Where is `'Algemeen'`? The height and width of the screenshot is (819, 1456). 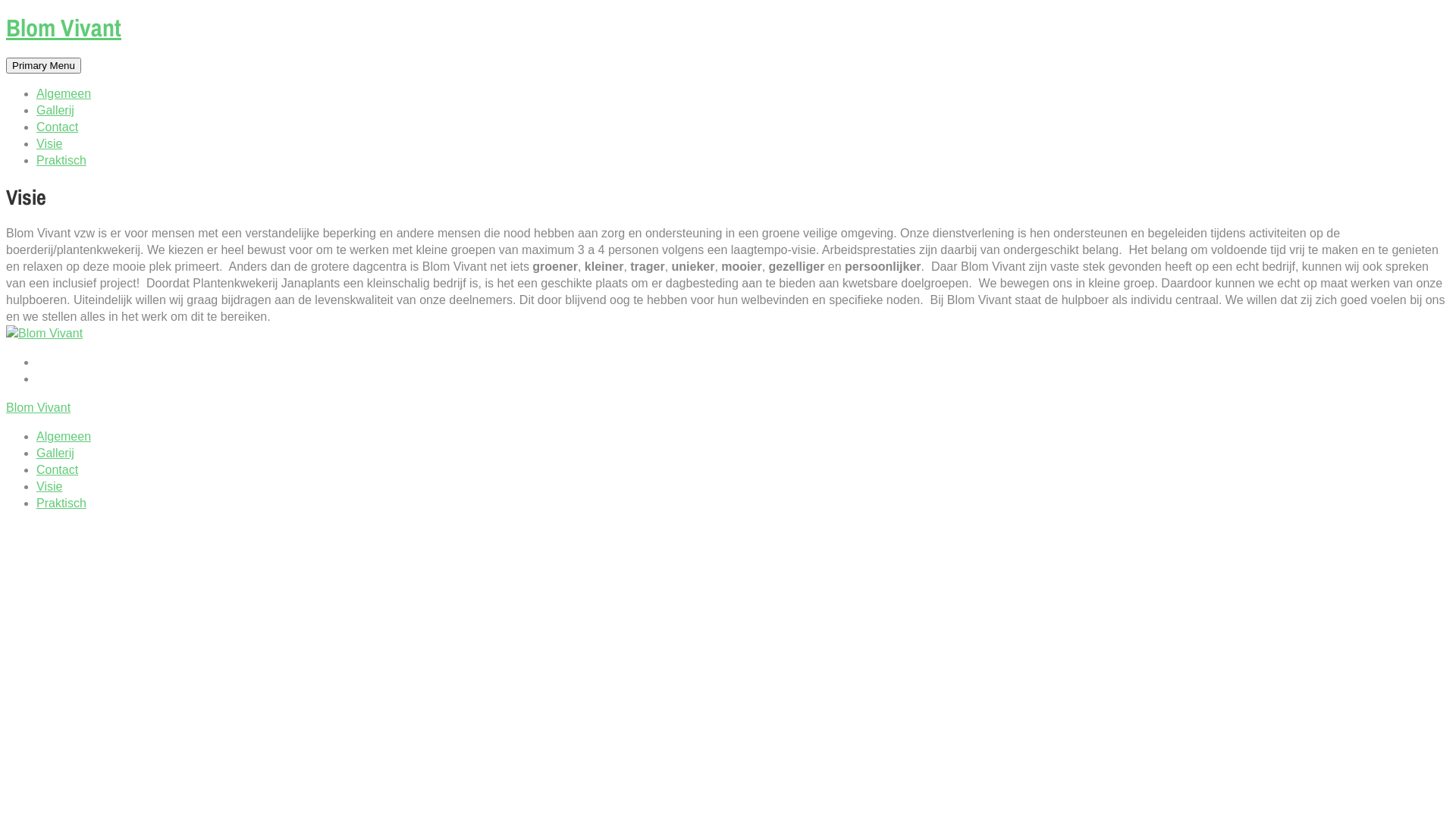
'Algemeen' is located at coordinates (62, 93).